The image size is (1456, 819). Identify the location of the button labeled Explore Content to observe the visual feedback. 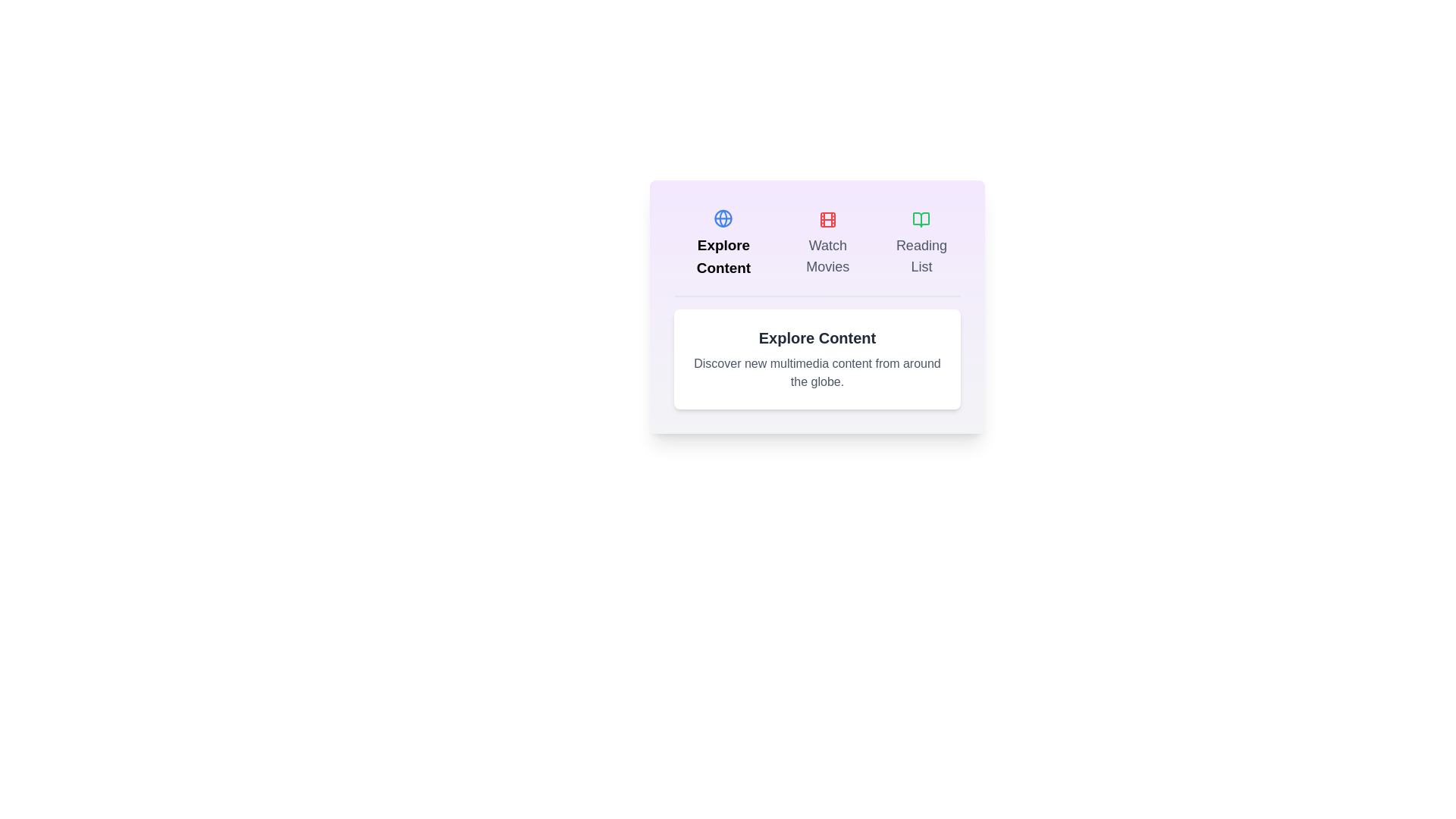
(723, 243).